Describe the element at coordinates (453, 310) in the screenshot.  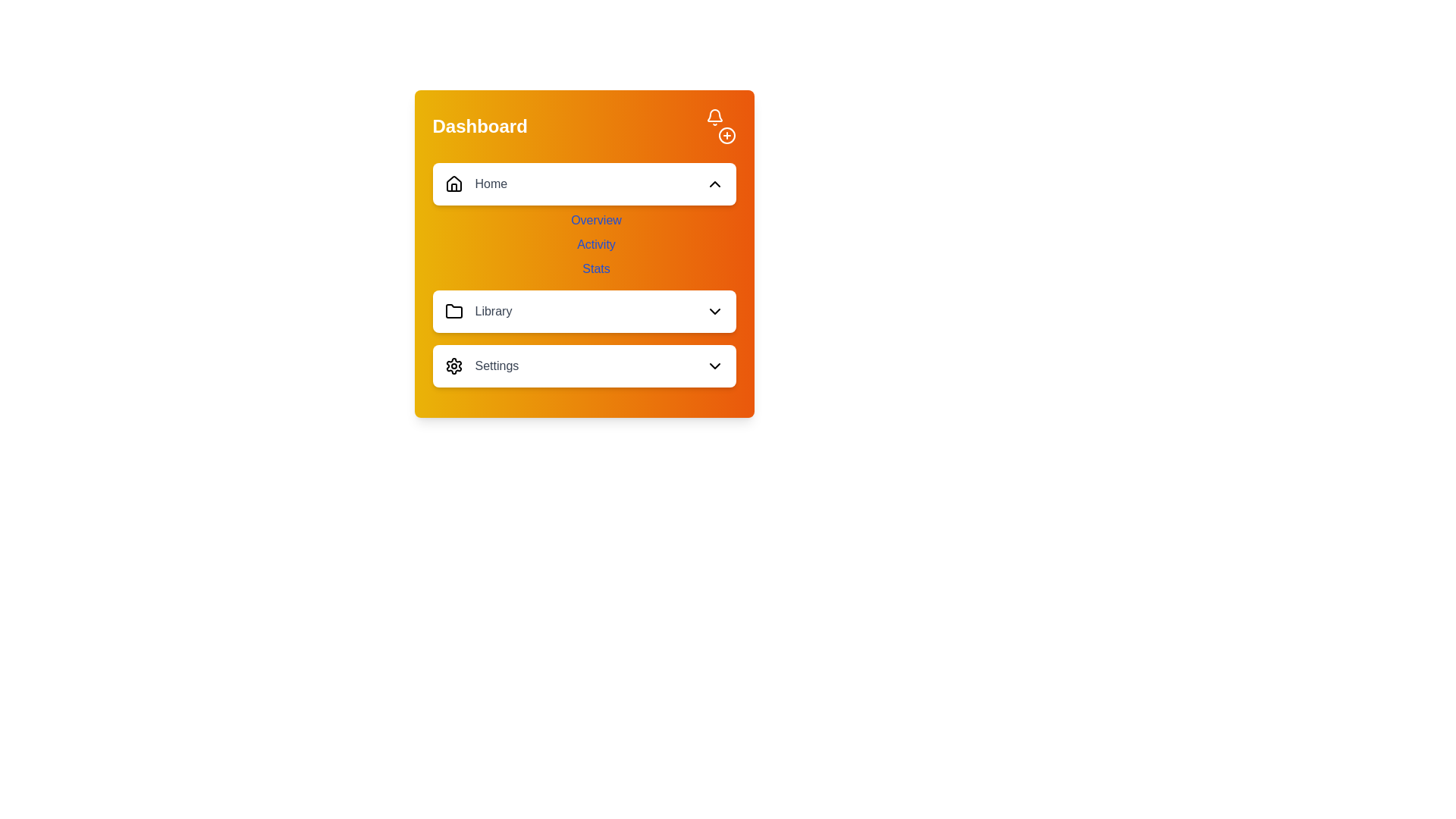
I see `the folder icon representing the 'Library' menu option, which is located to the left of the text label 'Library'` at that location.